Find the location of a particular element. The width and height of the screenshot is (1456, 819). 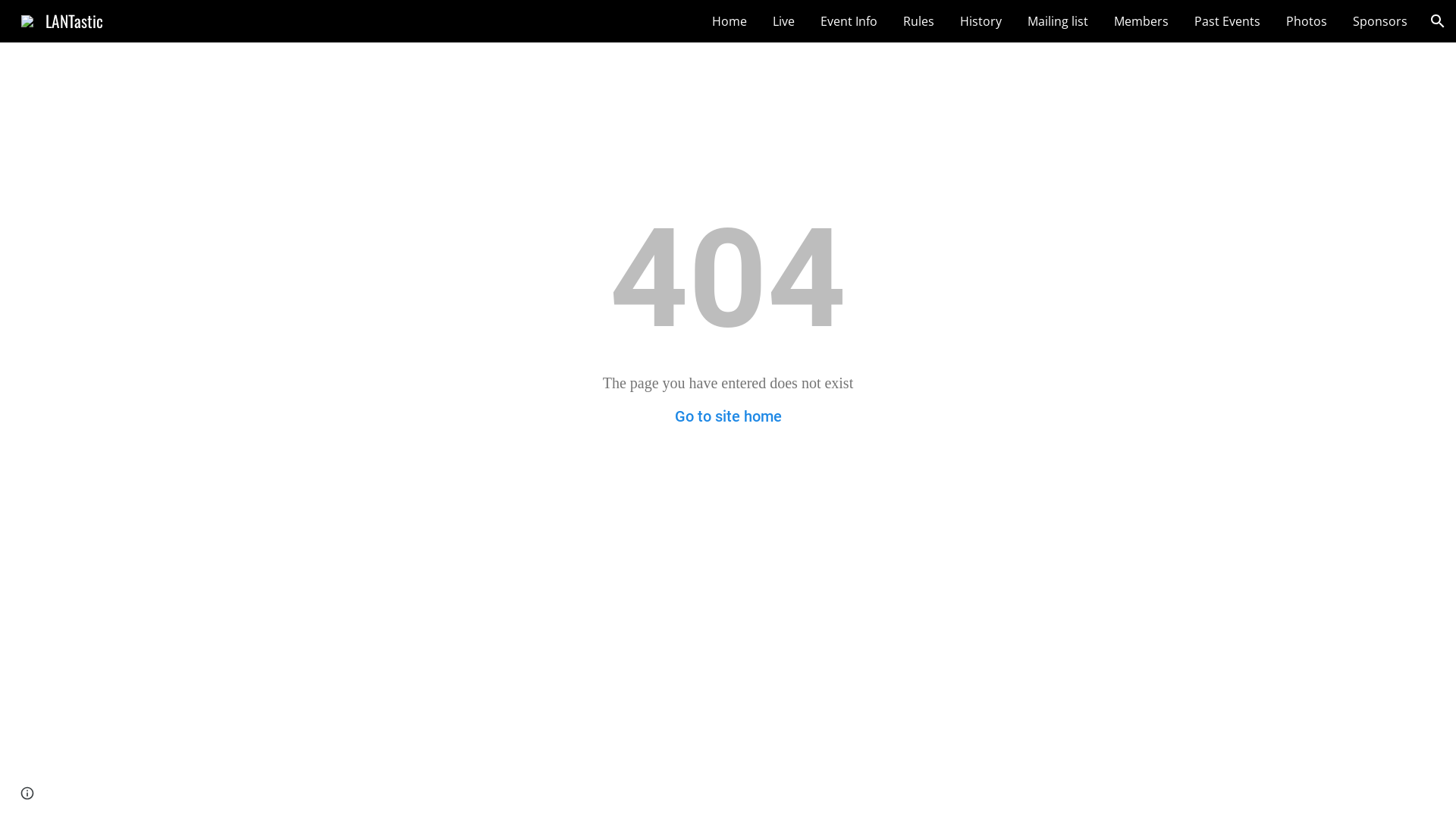

'Event Info' is located at coordinates (848, 20).